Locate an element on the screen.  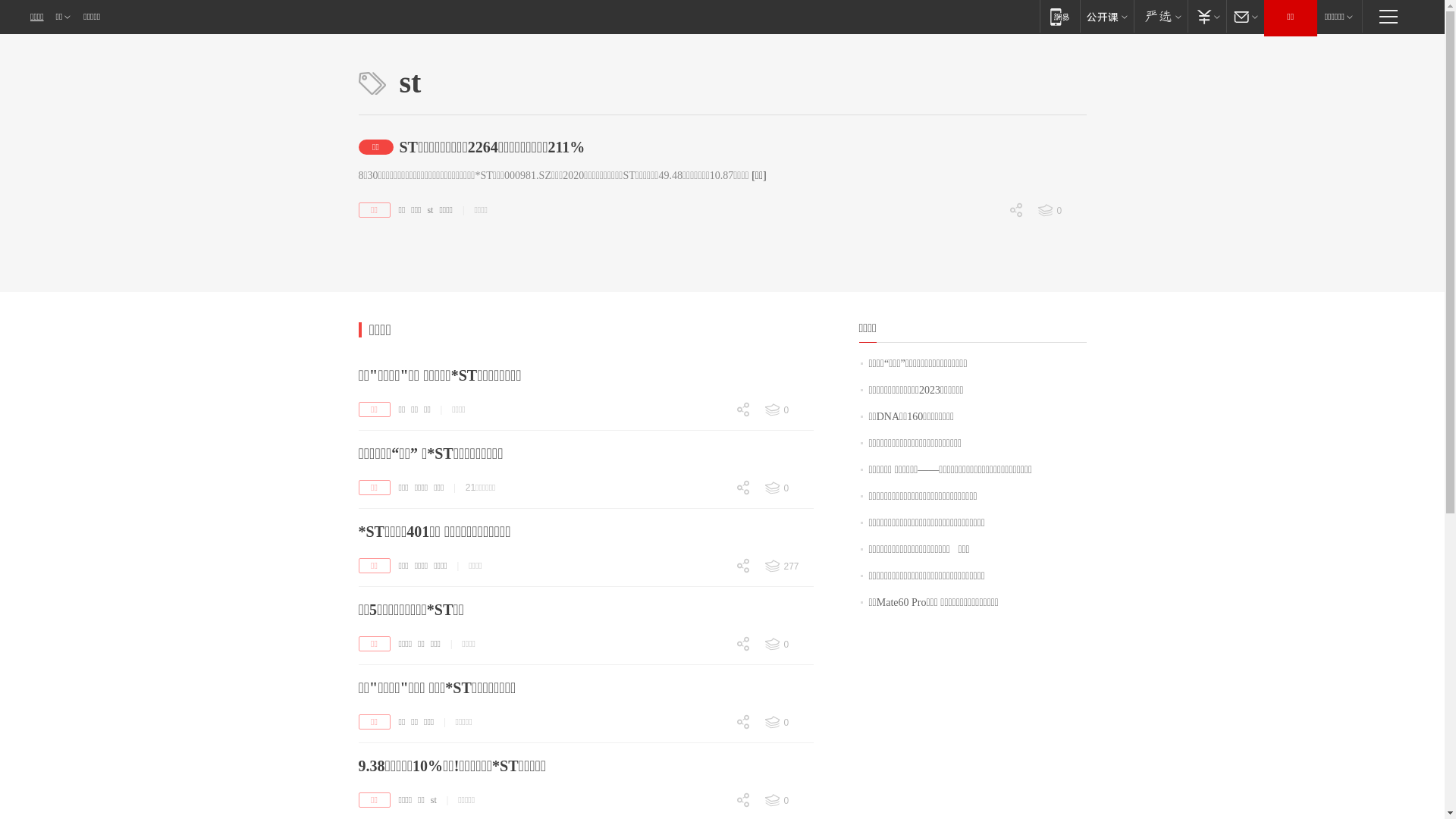
'st' is located at coordinates (428, 210).